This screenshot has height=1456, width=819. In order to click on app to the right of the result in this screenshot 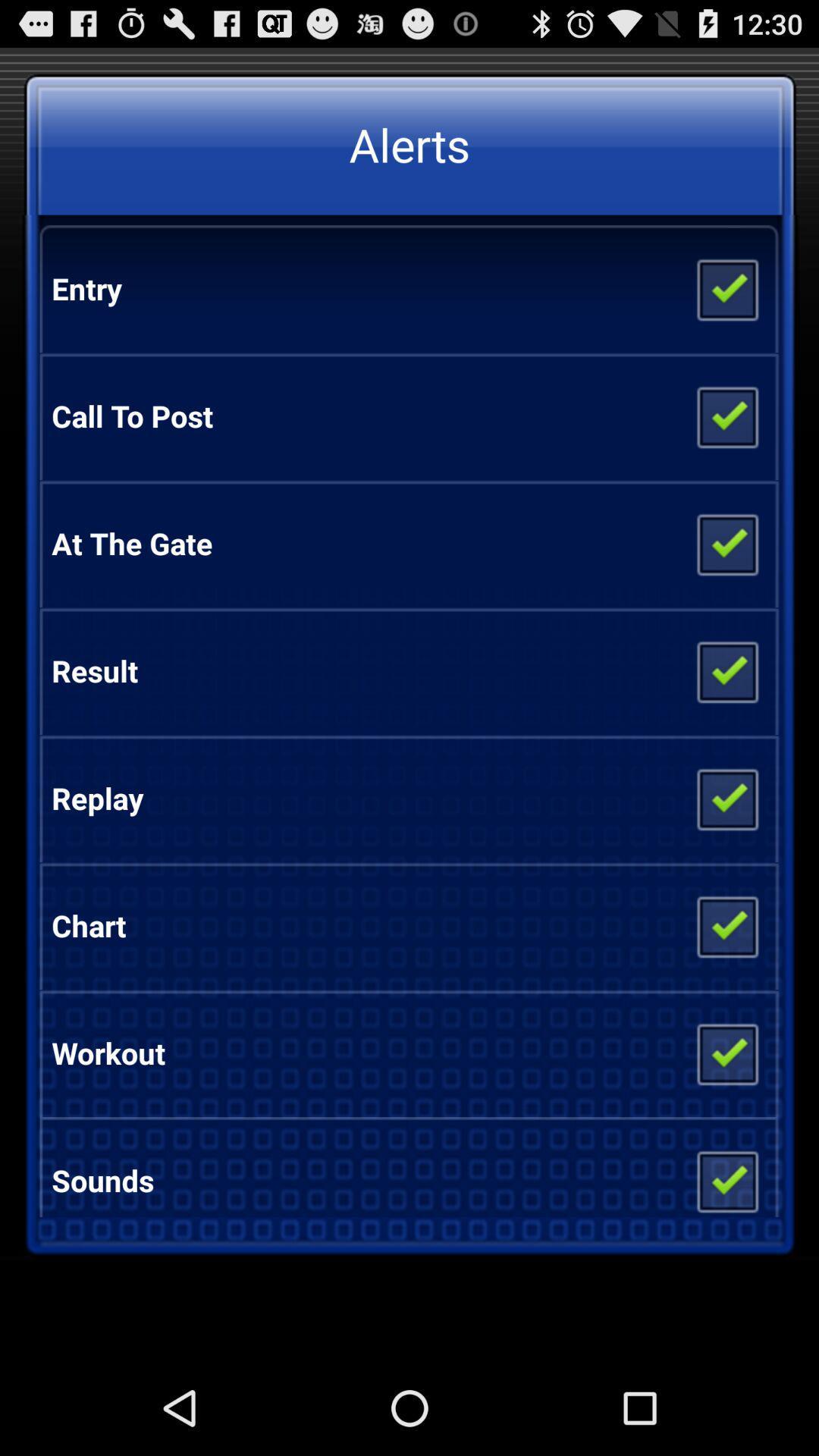, I will do `click(726, 670)`.